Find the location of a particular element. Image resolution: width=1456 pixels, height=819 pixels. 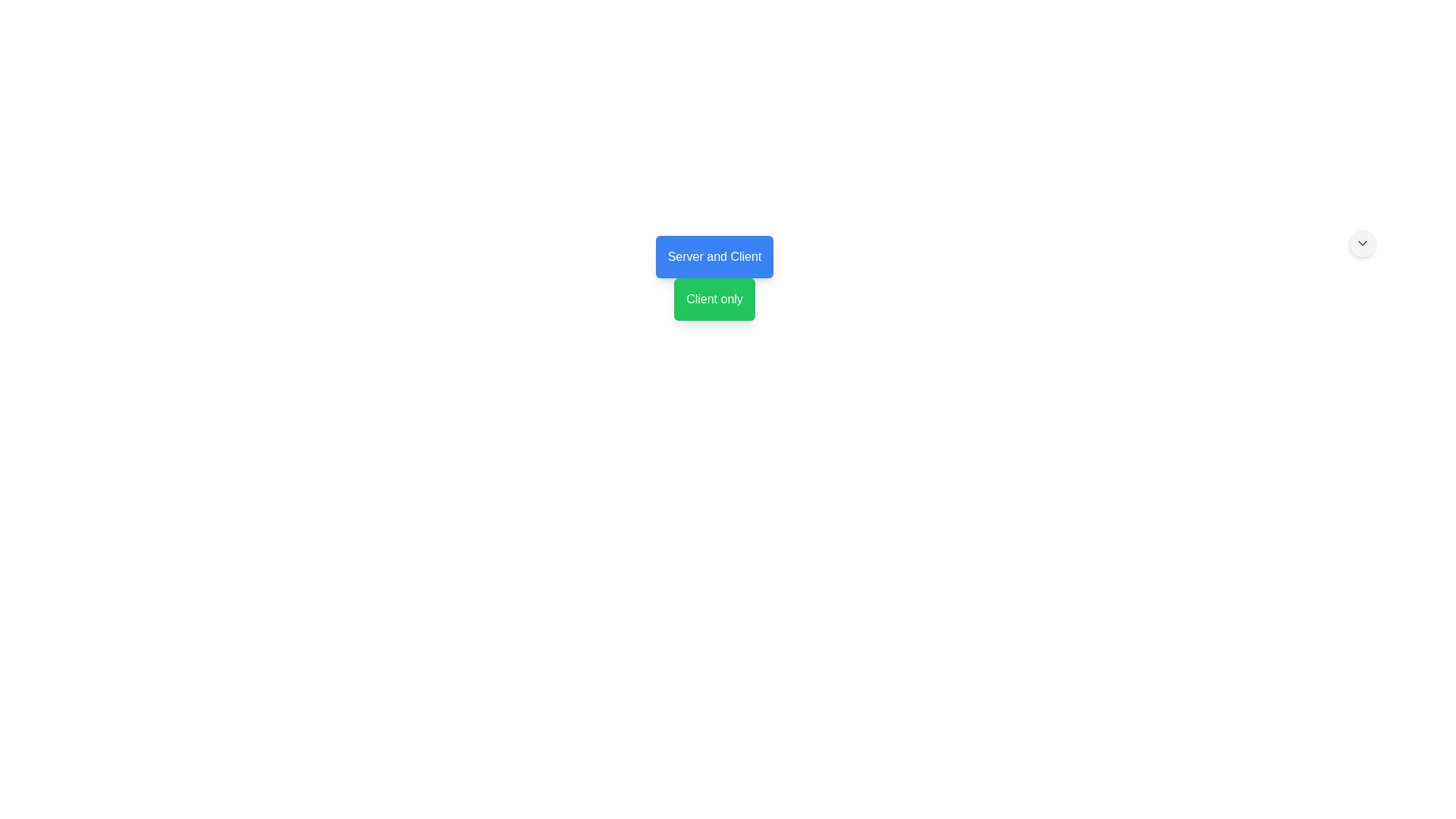

the informational label button with the text 'Server and Client', which is a blue rectangular button with rounded corners located above the 'Client only' button is located at coordinates (714, 256).